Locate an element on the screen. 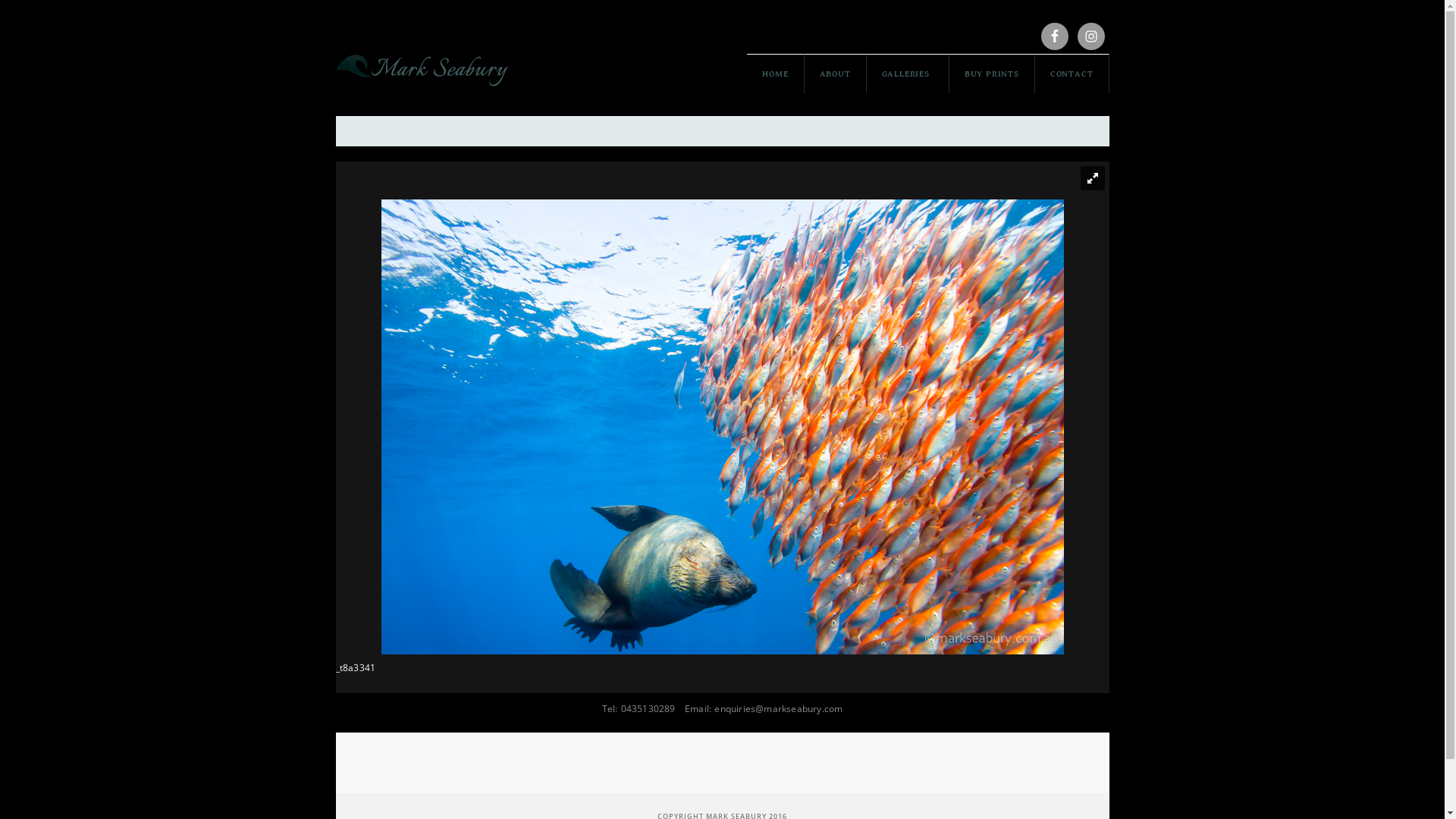 The image size is (1456, 819). 'HOME' is located at coordinates (775, 73).